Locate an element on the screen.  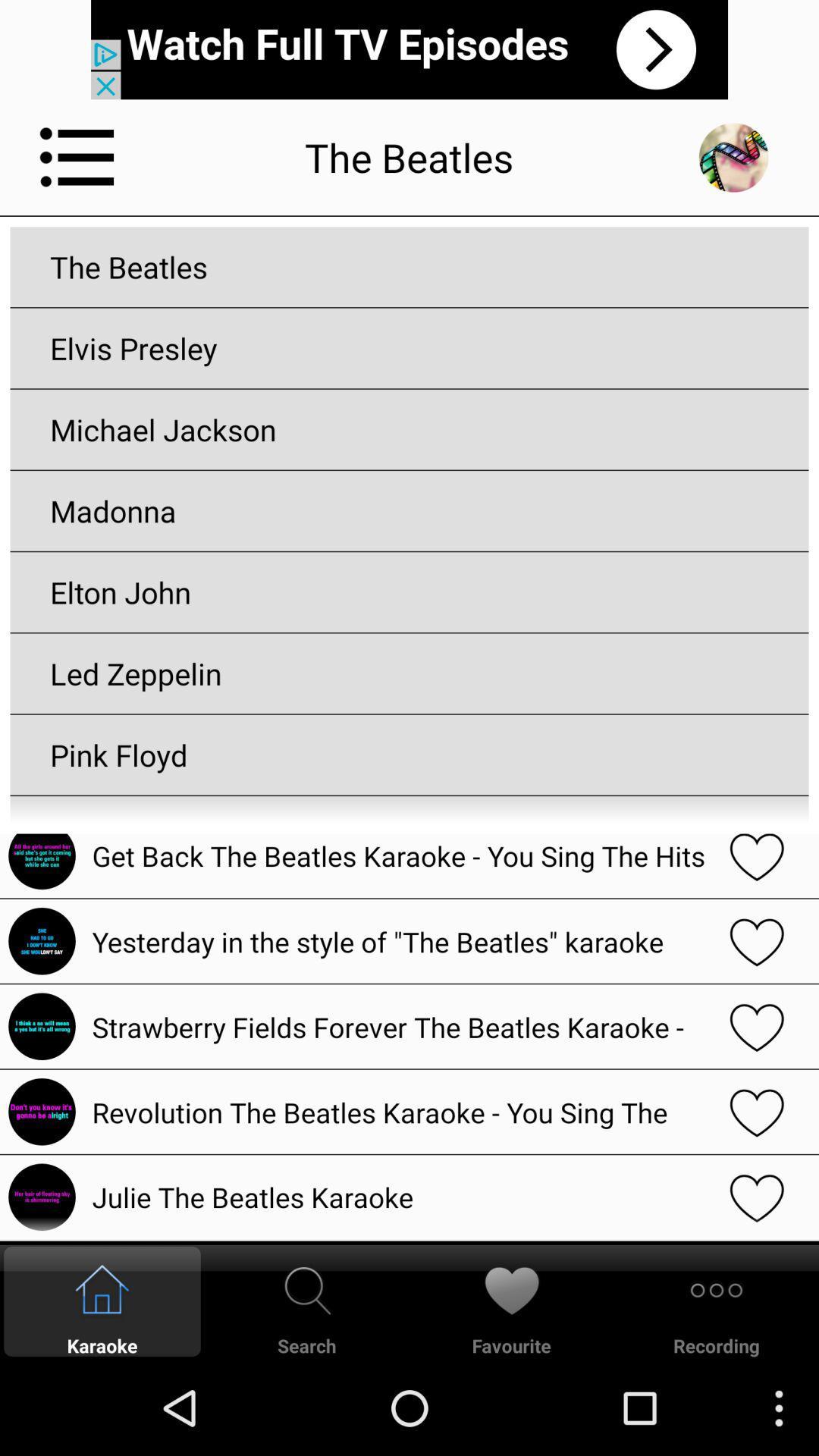
the list icon is located at coordinates (77, 168).